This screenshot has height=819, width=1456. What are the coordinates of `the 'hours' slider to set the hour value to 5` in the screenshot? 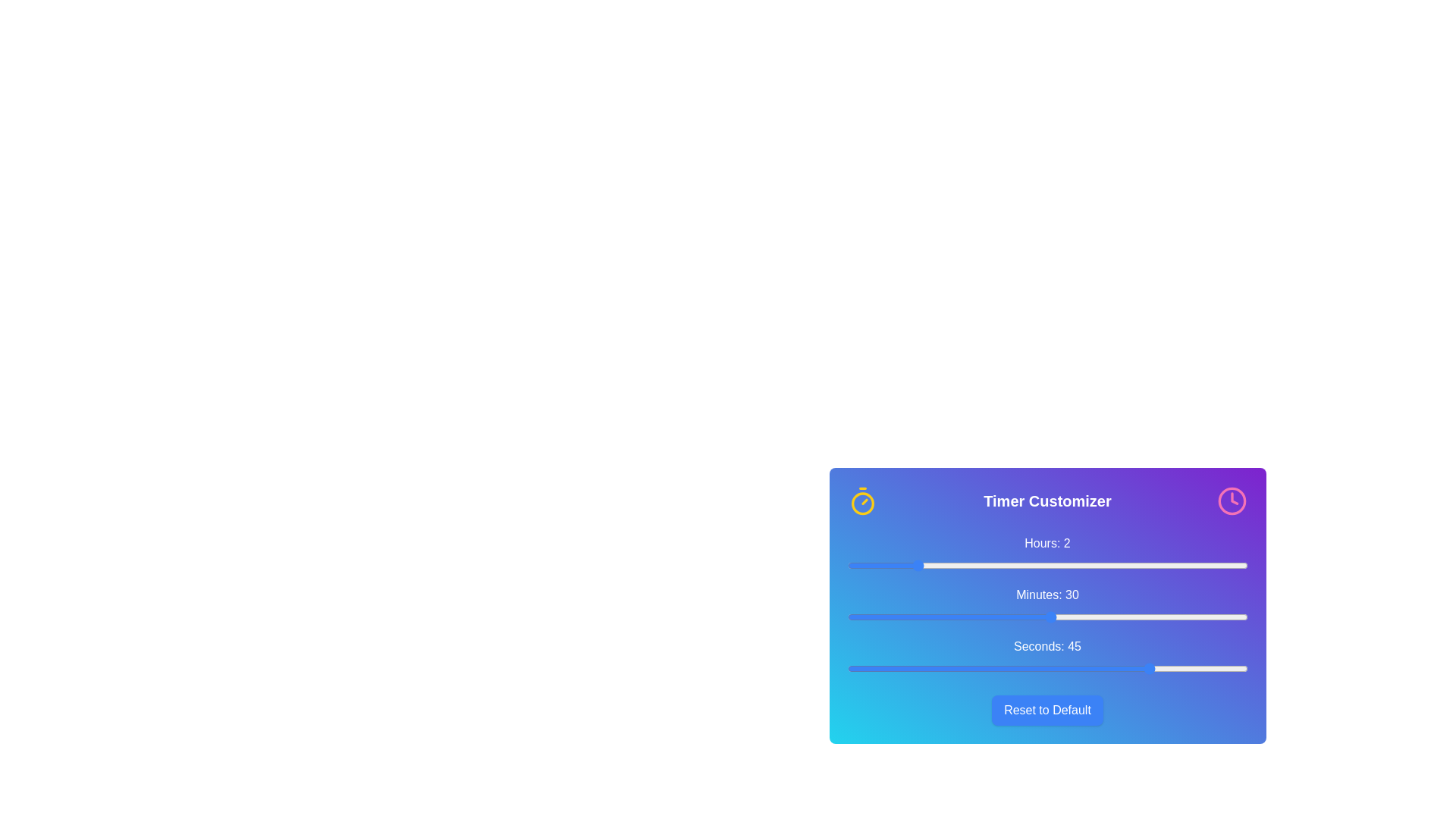 It's located at (1014, 565).